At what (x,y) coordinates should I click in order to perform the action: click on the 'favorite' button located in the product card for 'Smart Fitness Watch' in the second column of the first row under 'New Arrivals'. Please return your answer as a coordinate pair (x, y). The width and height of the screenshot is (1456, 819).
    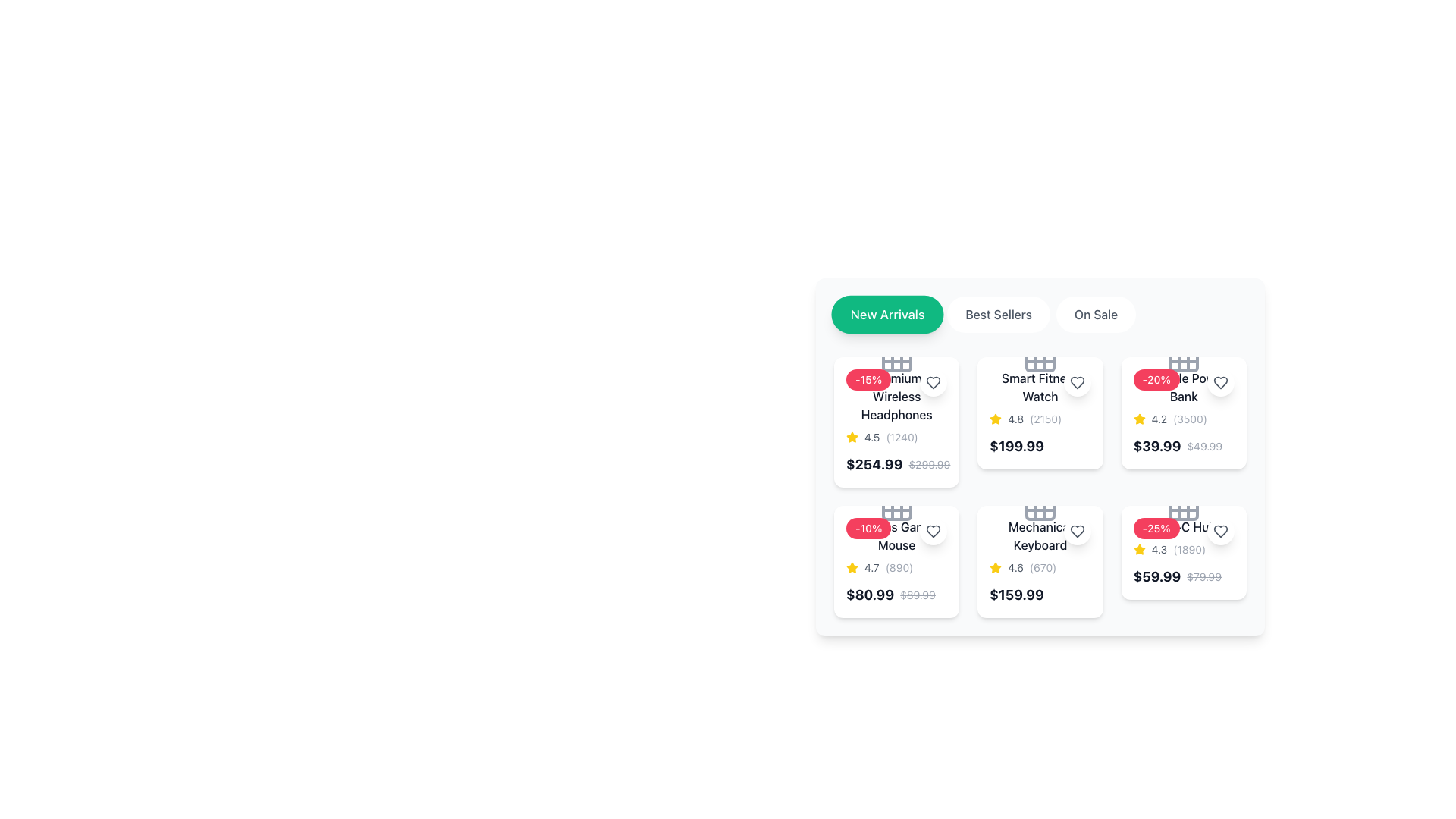
    Looking at the image, I should click on (1076, 382).